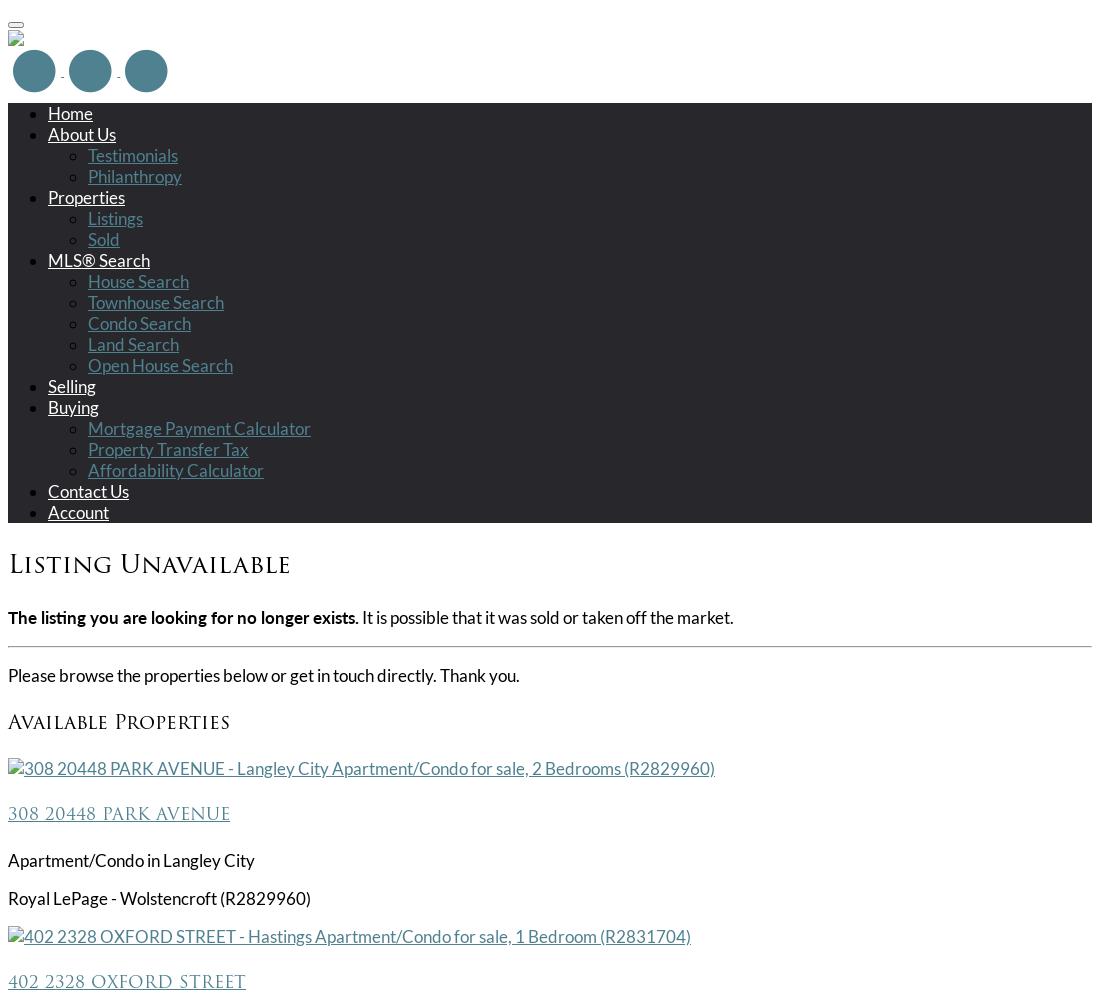 The width and height of the screenshot is (1100, 1003). I want to click on 'Apartment/Condo in Langley City', so click(131, 859).